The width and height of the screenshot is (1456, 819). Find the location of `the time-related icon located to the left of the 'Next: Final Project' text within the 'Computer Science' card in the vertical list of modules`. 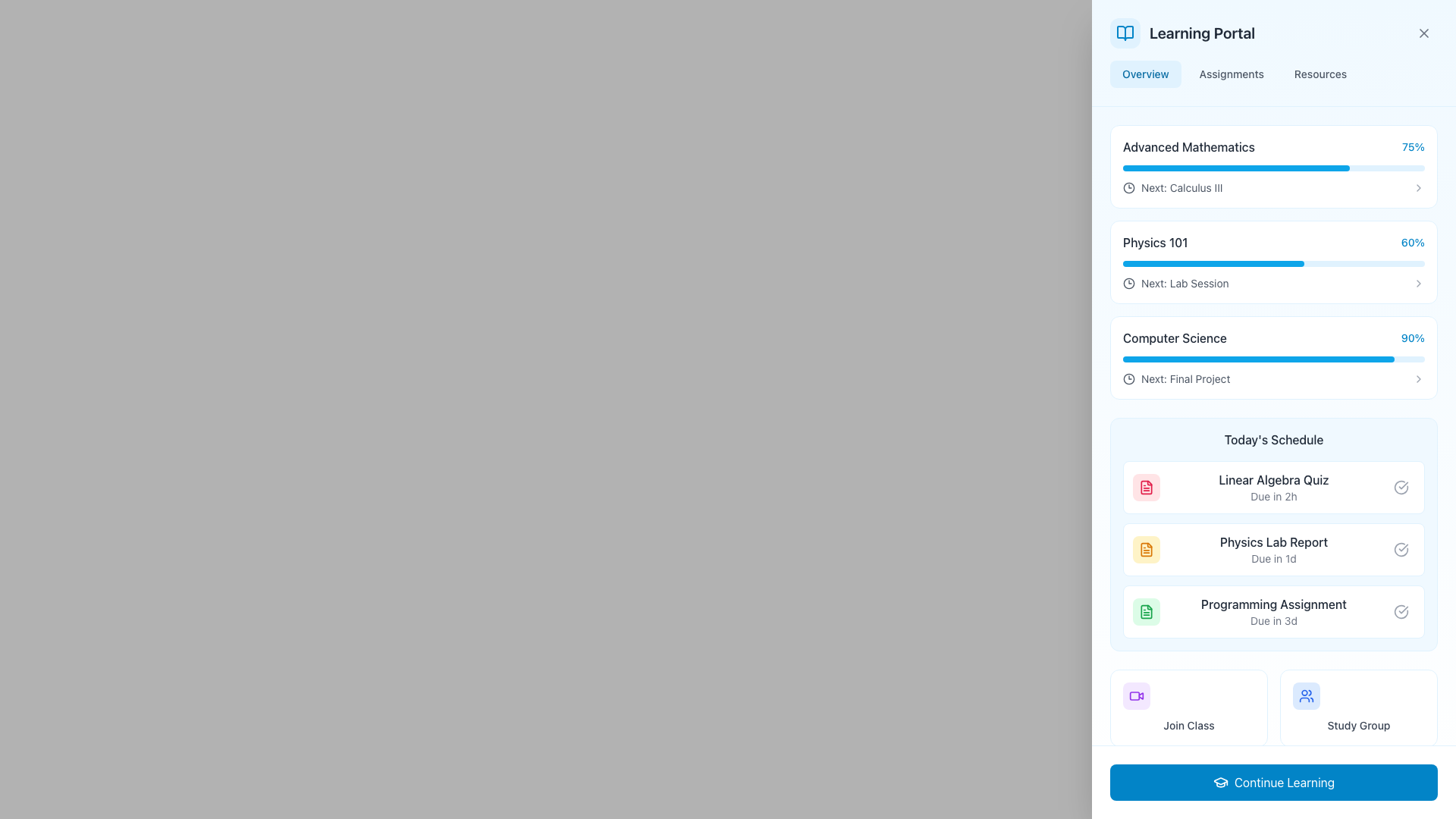

the time-related icon located to the left of the 'Next: Final Project' text within the 'Computer Science' card in the vertical list of modules is located at coordinates (1128, 378).